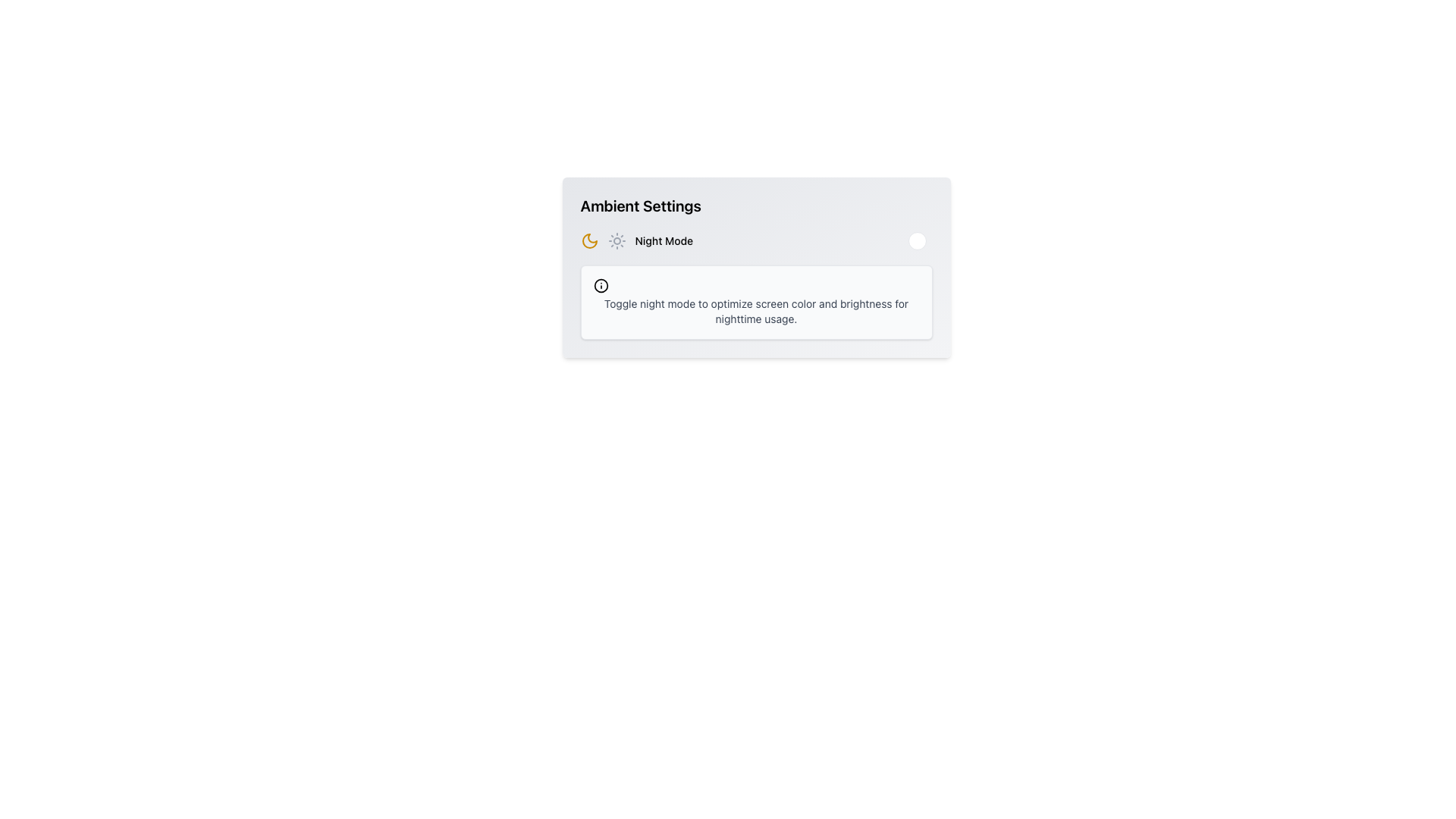  I want to click on the 'Night Mode' text label, which is styled with a small font and medium weight, located between a crescent moon icon and a sun icon in the upper section of the ambient settings panel, so click(664, 240).